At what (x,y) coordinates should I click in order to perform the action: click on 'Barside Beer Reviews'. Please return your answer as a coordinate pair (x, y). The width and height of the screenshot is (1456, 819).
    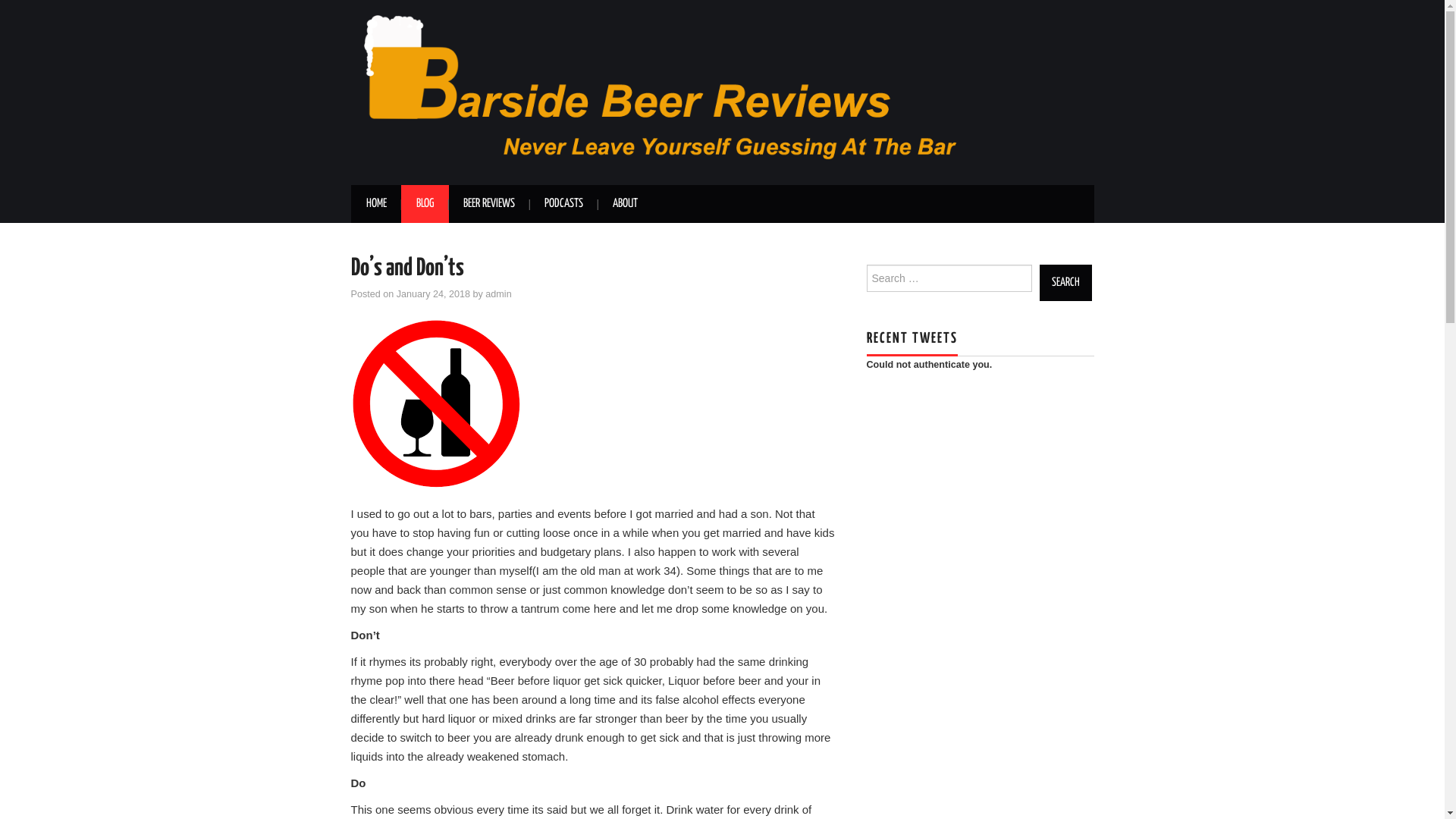
    Looking at the image, I should click on (720, 91).